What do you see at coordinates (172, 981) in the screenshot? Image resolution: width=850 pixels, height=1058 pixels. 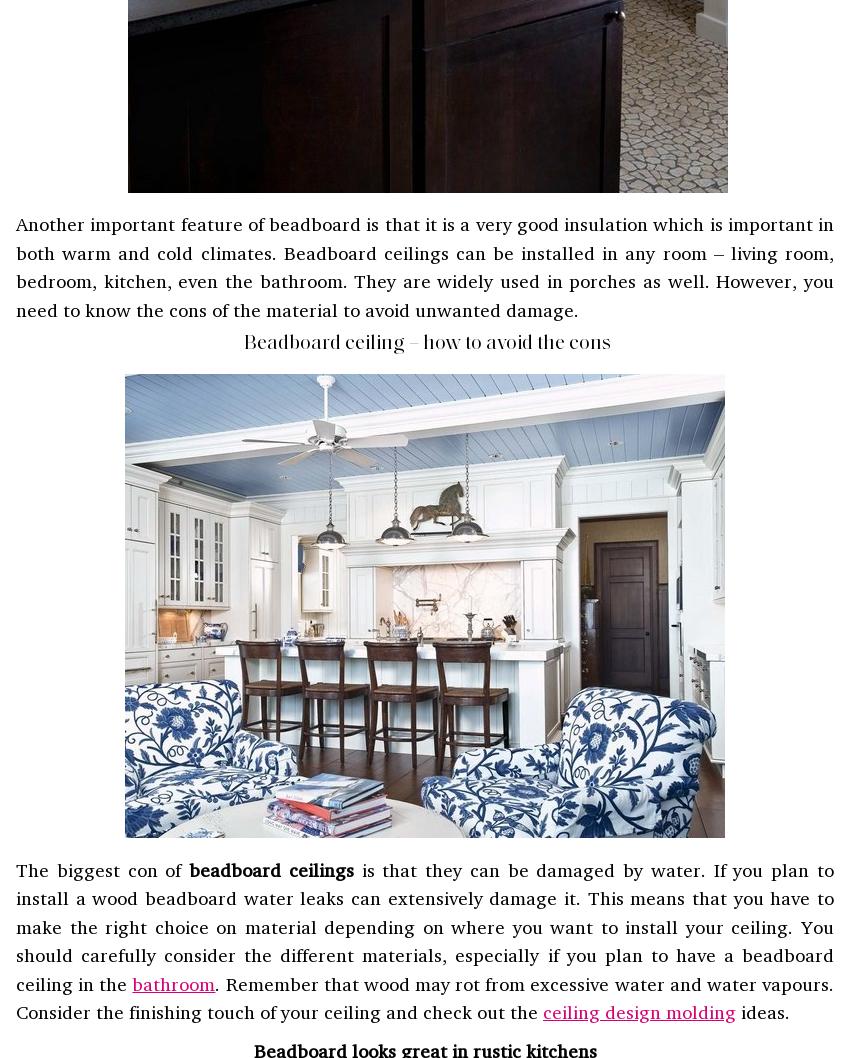 I see `'bathroom'` at bounding box center [172, 981].